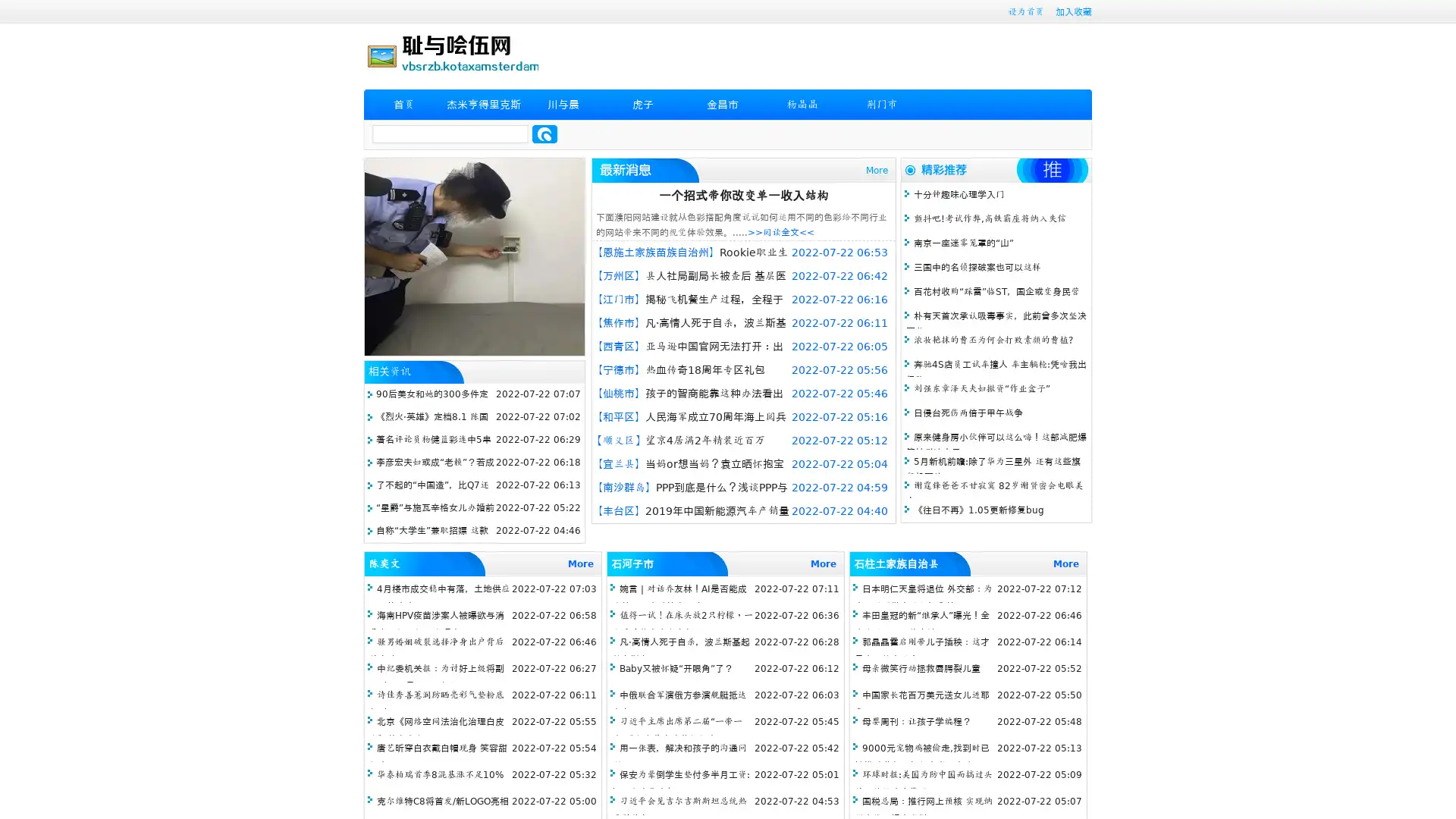 The width and height of the screenshot is (1456, 819). Describe the element at coordinates (544, 133) in the screenshot. I see `Search` at that location.